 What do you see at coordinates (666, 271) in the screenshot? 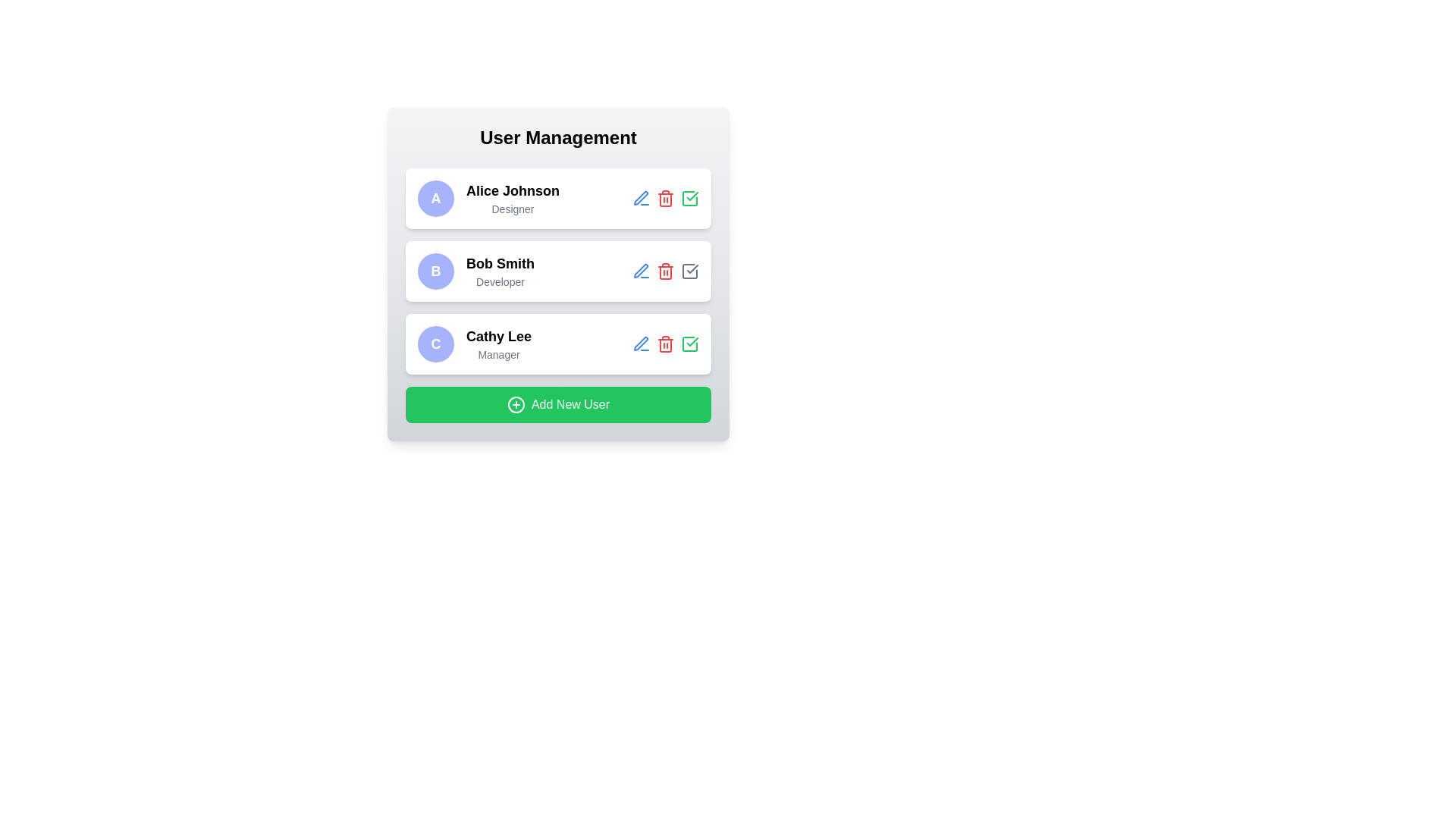
I see `the delete button (trash icon) located in the horizontal row of action icons next to the user's name and role` at bounding box center [666, 271].